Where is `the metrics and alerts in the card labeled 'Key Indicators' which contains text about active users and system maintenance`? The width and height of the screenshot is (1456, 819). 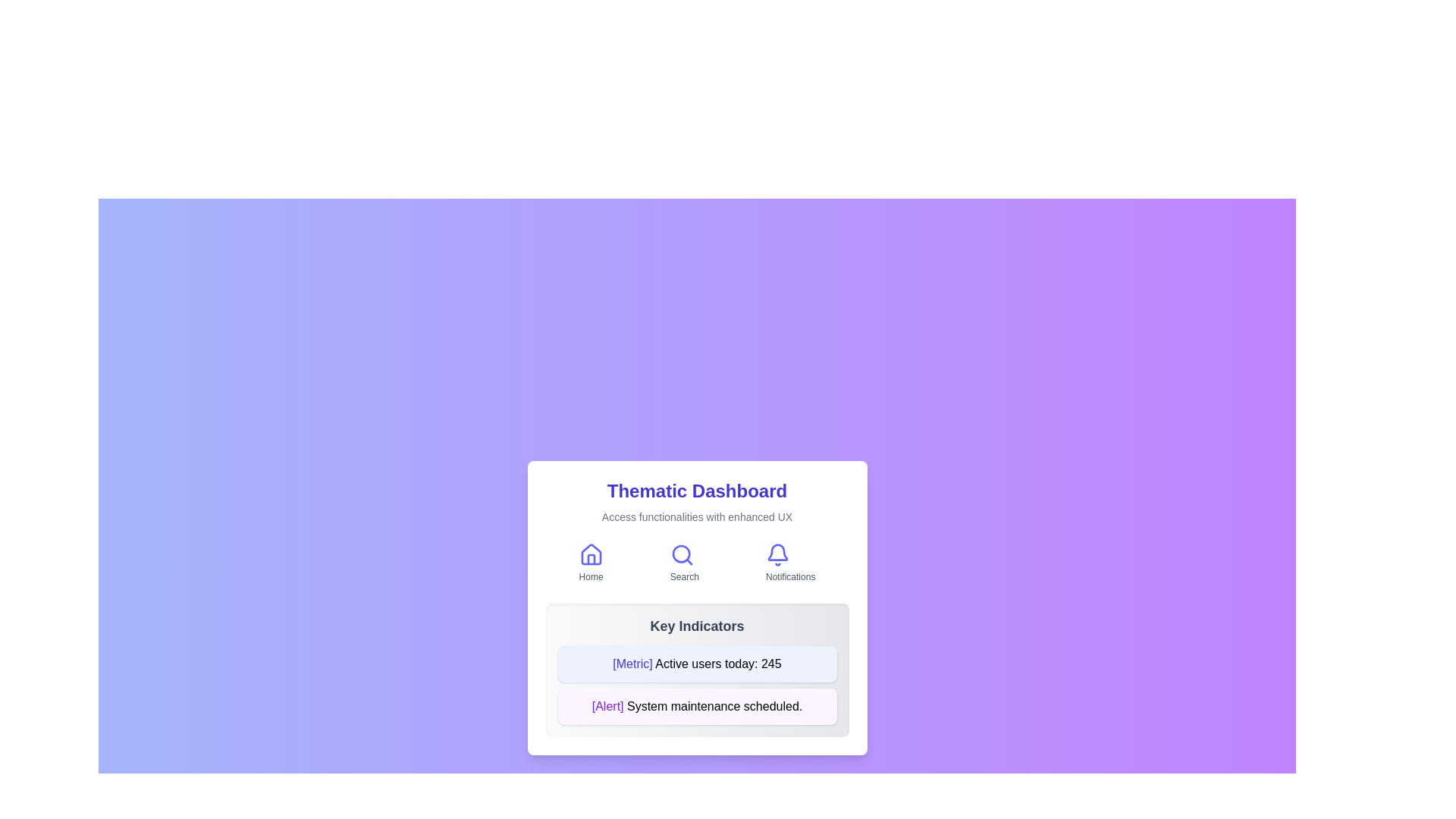
the metrics and alerts in the card labeled 'Key Indicators' which contains text about active users and system maintenance is located at coordinates (696, 669).